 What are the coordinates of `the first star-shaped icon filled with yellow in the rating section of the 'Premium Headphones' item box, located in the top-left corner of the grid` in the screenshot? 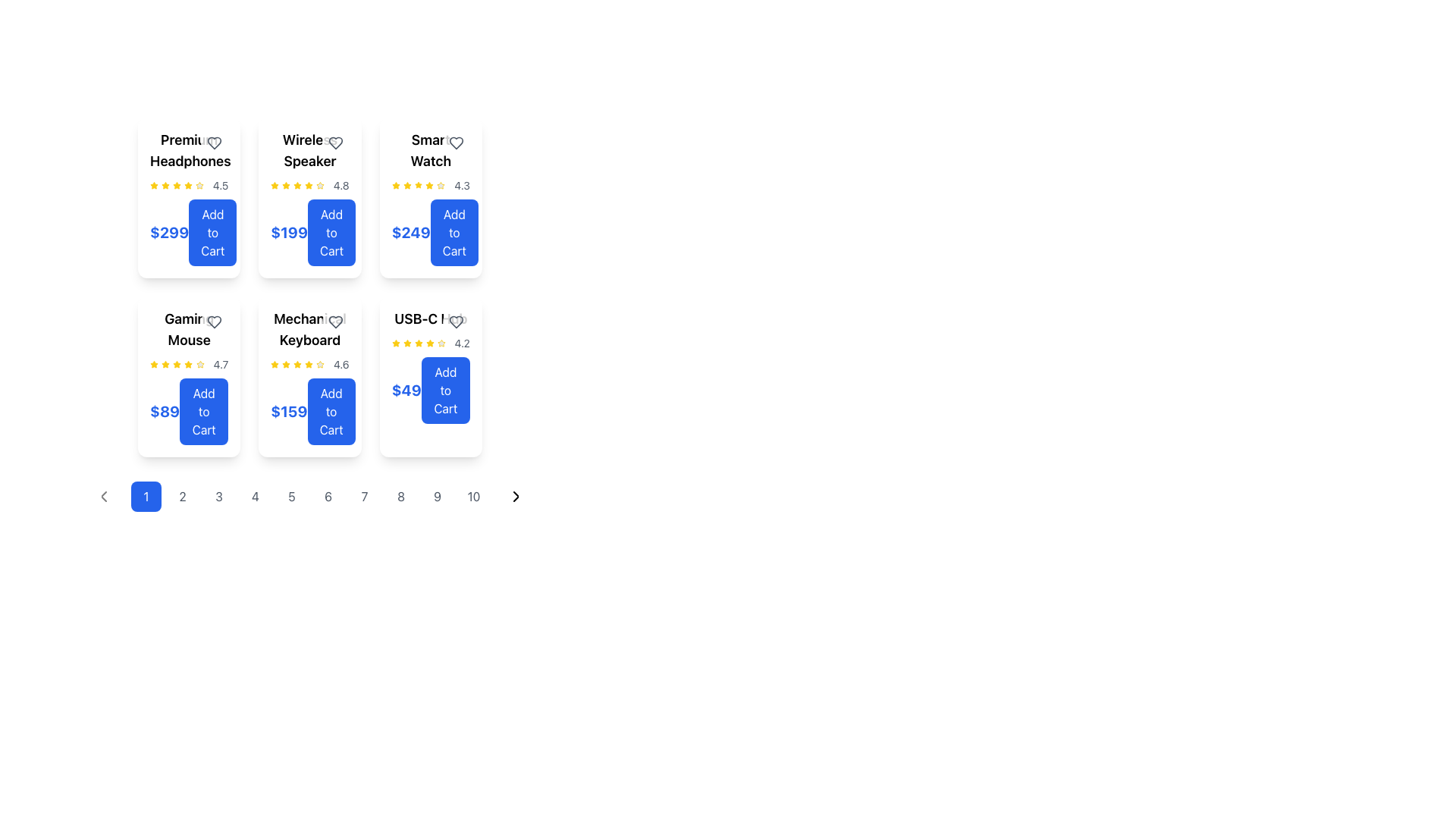 It's located at (154, 185).